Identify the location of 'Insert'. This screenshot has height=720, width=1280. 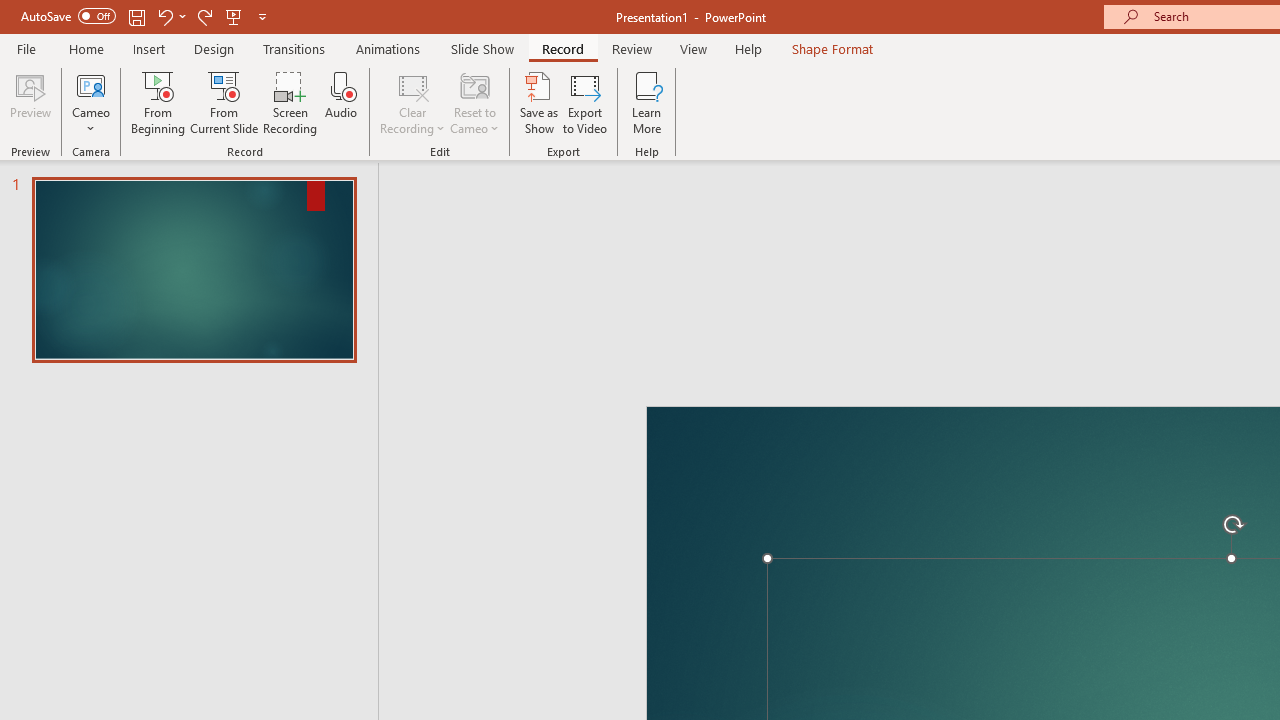
(148, 48).